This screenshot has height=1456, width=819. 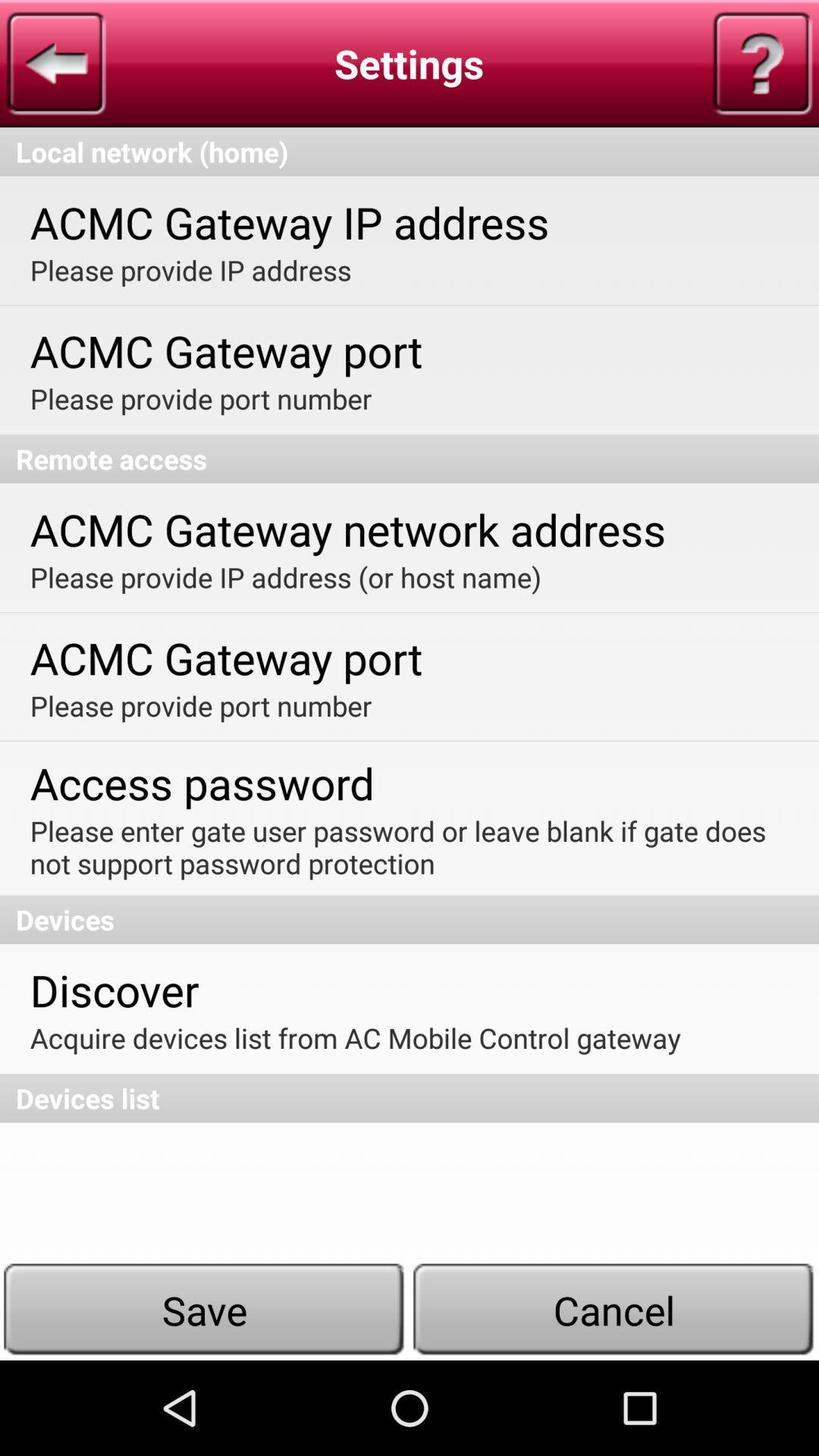 What do you see at coordinates (762, 62) in the screenshot?
I see `click for help` at bounding box center [762, 62].